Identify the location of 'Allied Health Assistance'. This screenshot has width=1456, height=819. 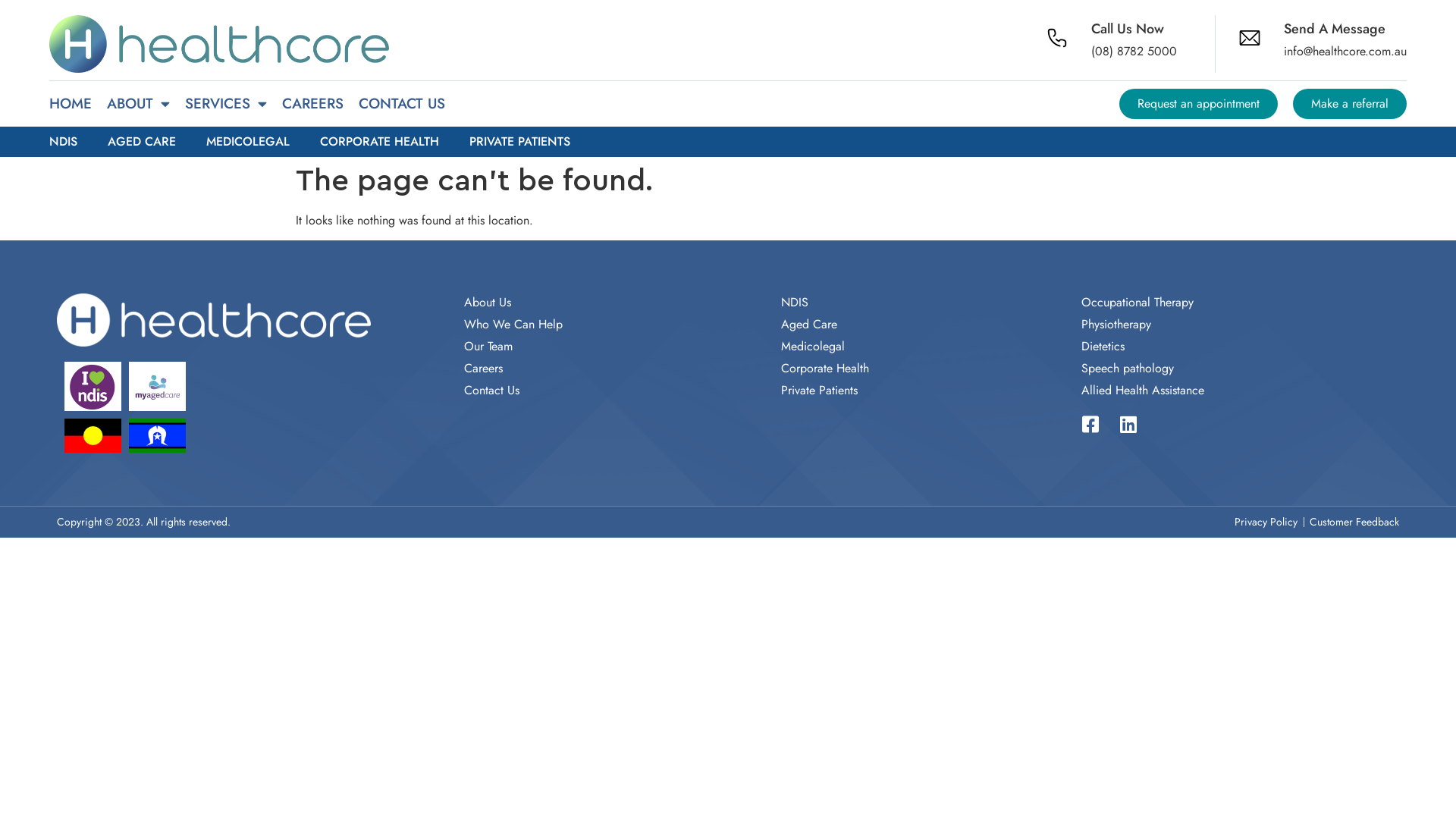
(1080, 390).